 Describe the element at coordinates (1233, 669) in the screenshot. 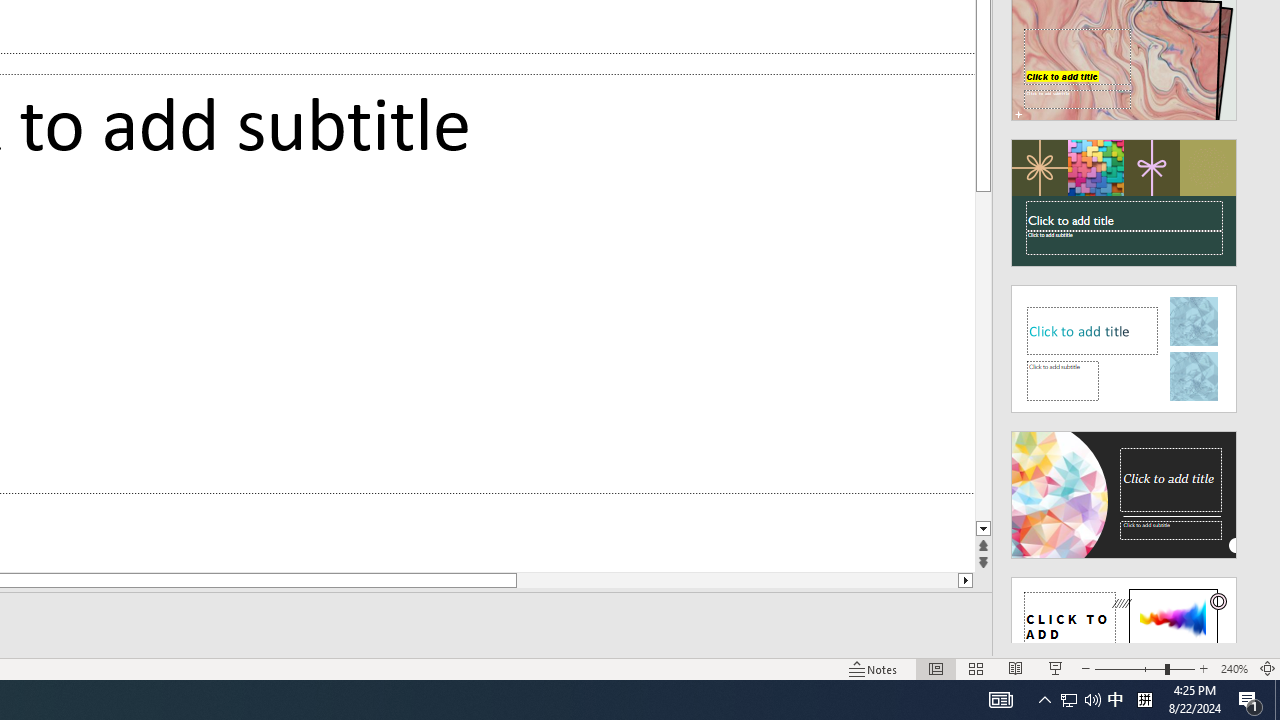

I see `'Zoom 240%'` at that location.